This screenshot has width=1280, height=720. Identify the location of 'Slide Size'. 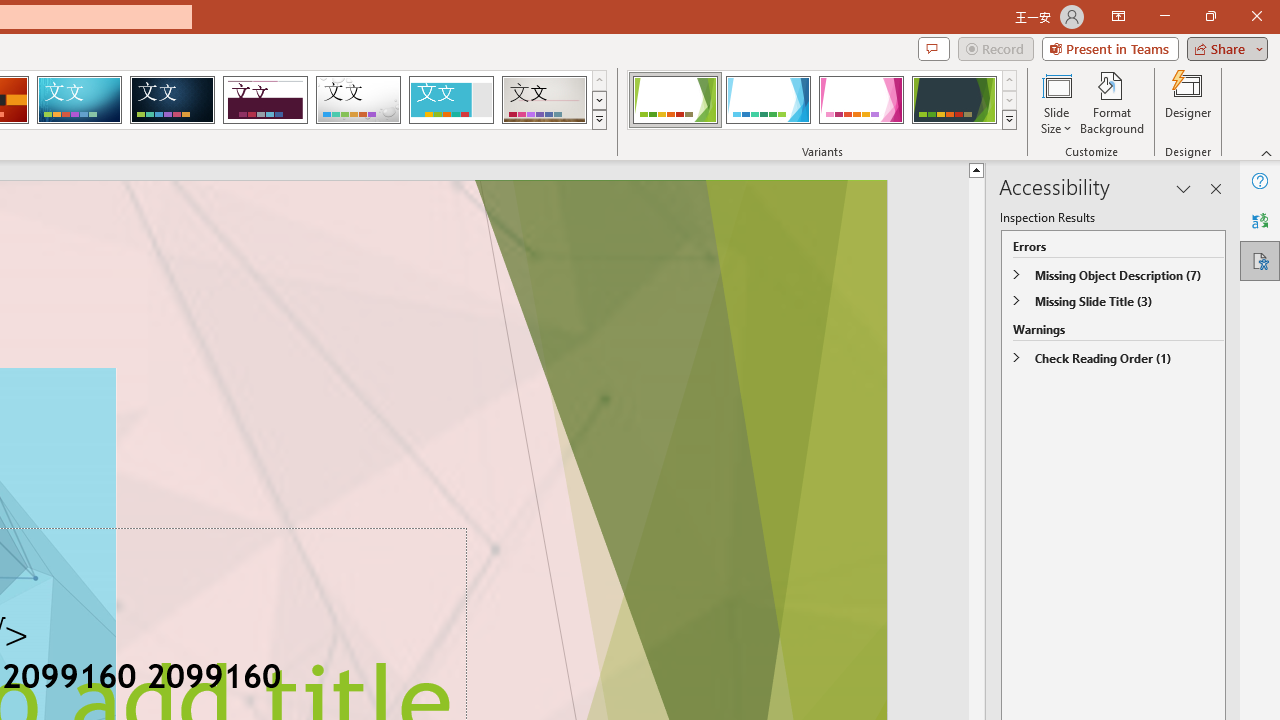
(1055, 103).